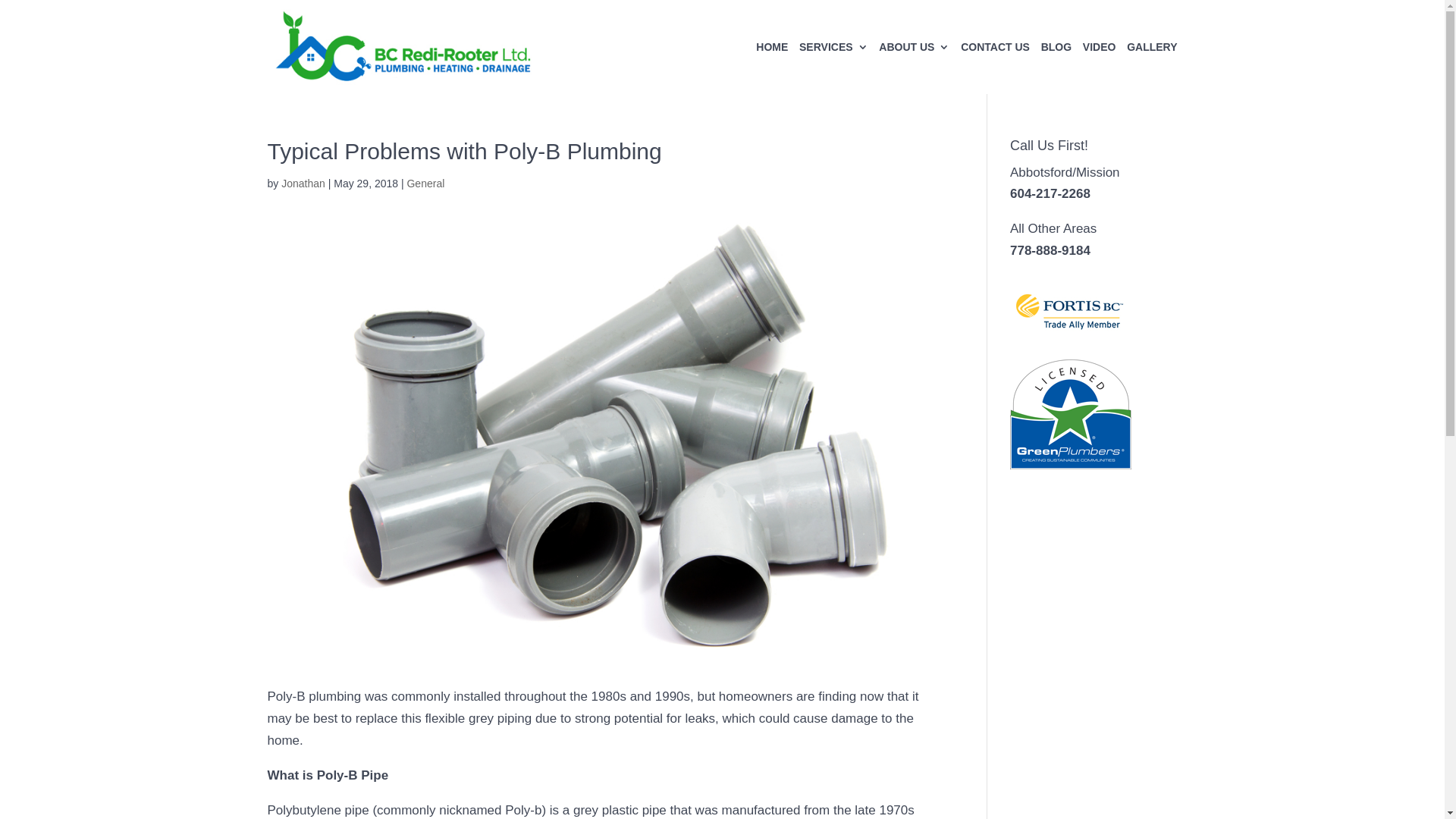 This screenshot has width=1456, height=819. Describe the element at coordinates (425, 183) in the screenshot. I see `'General'` at that location.